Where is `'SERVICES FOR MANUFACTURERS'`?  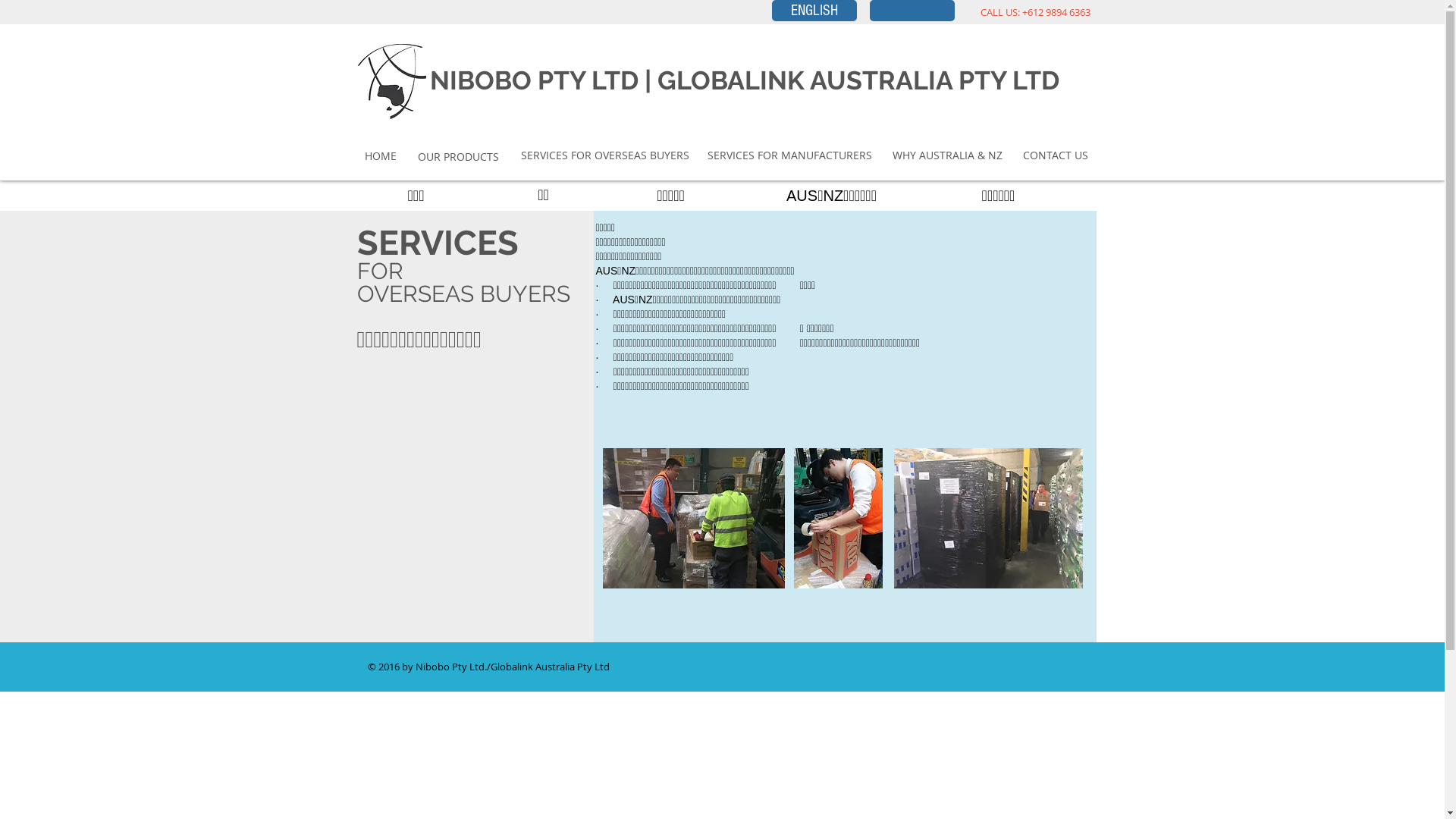
'SERVICES FOR MANUFACTURERS' is located at coordinates (705, 155).